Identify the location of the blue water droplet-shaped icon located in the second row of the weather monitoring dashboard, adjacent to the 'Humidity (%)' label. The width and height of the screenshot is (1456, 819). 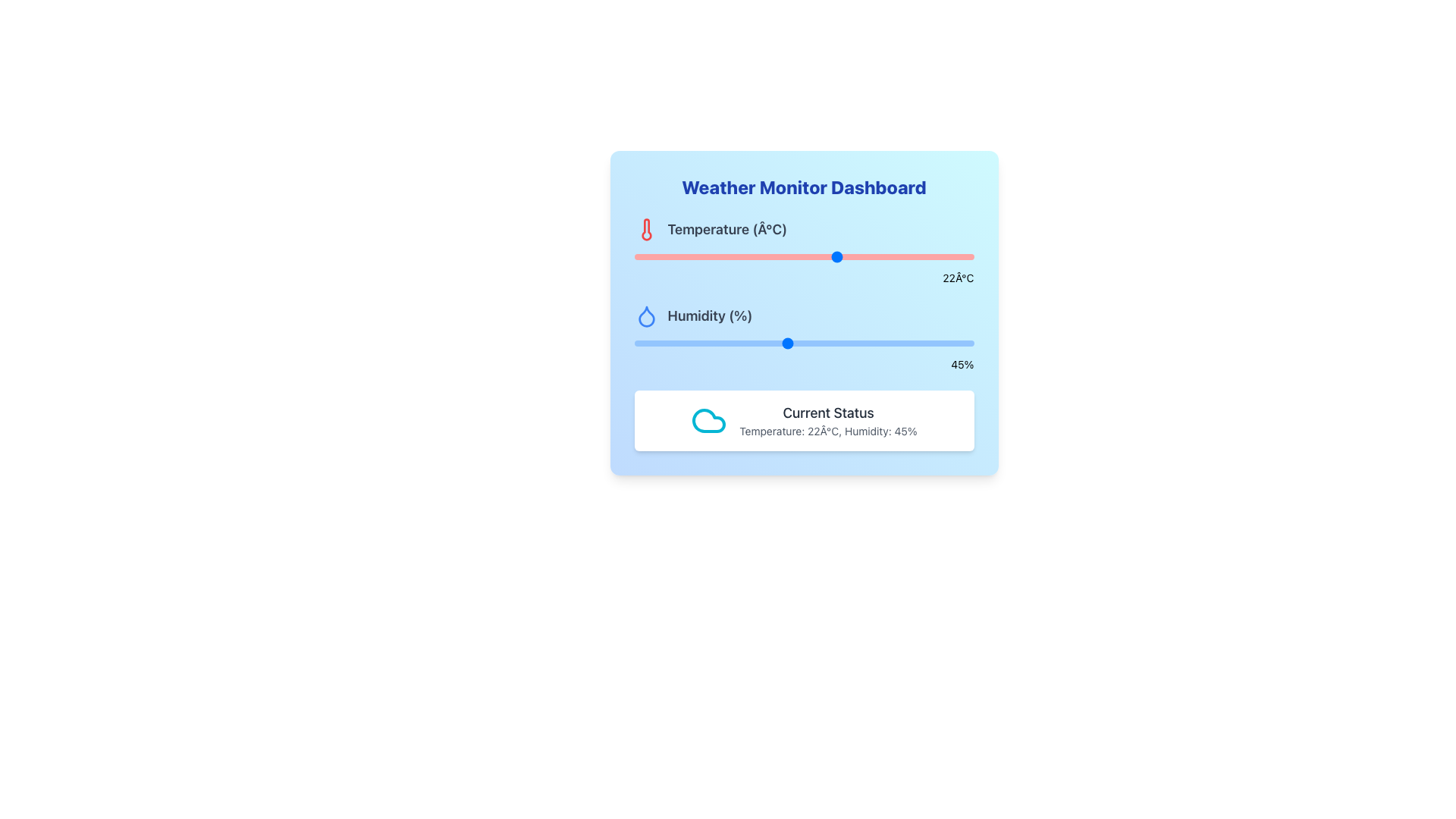
(646, 315).